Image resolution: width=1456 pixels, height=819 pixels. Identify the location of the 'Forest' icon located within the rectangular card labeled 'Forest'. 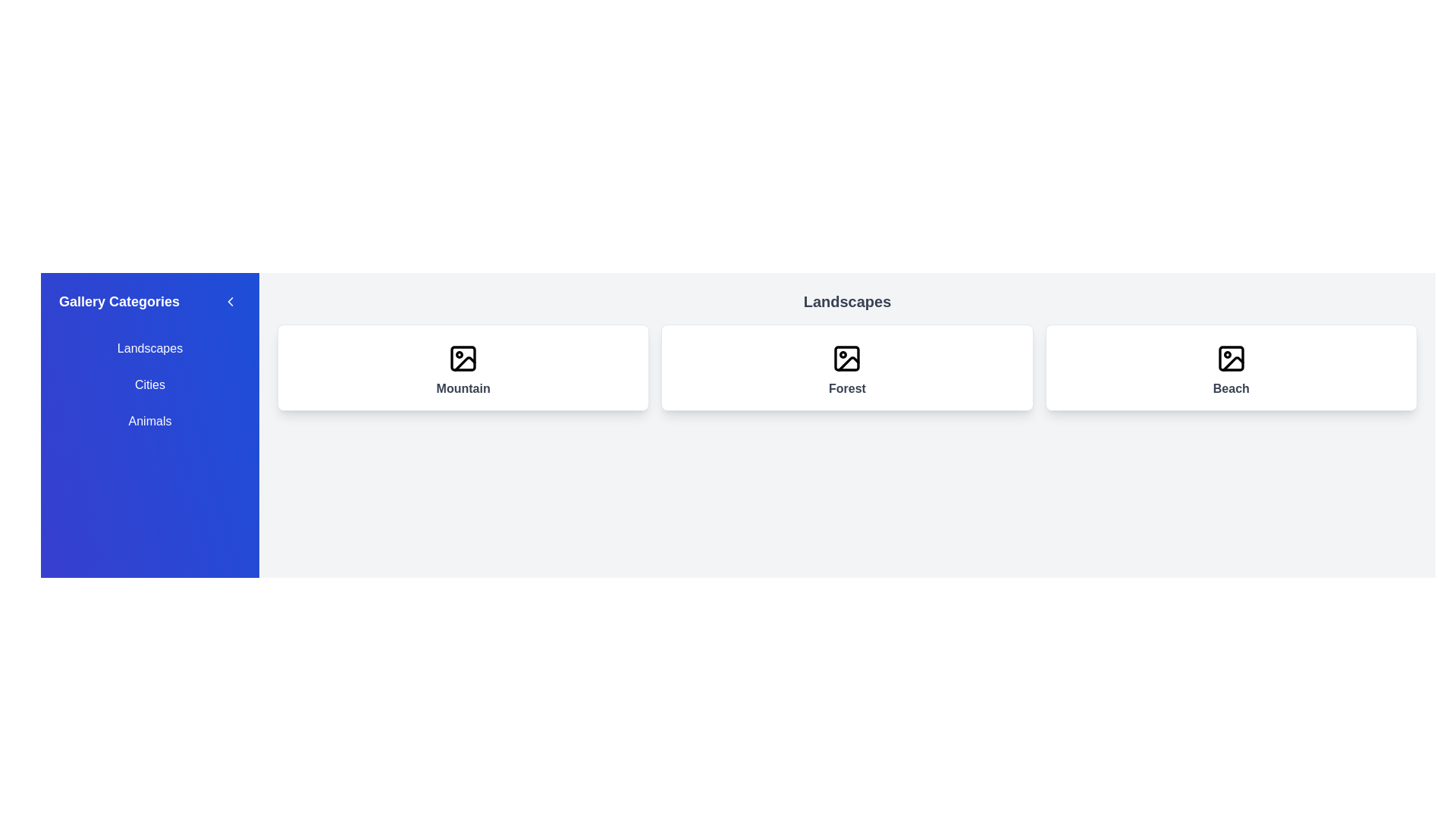
(846, 359).